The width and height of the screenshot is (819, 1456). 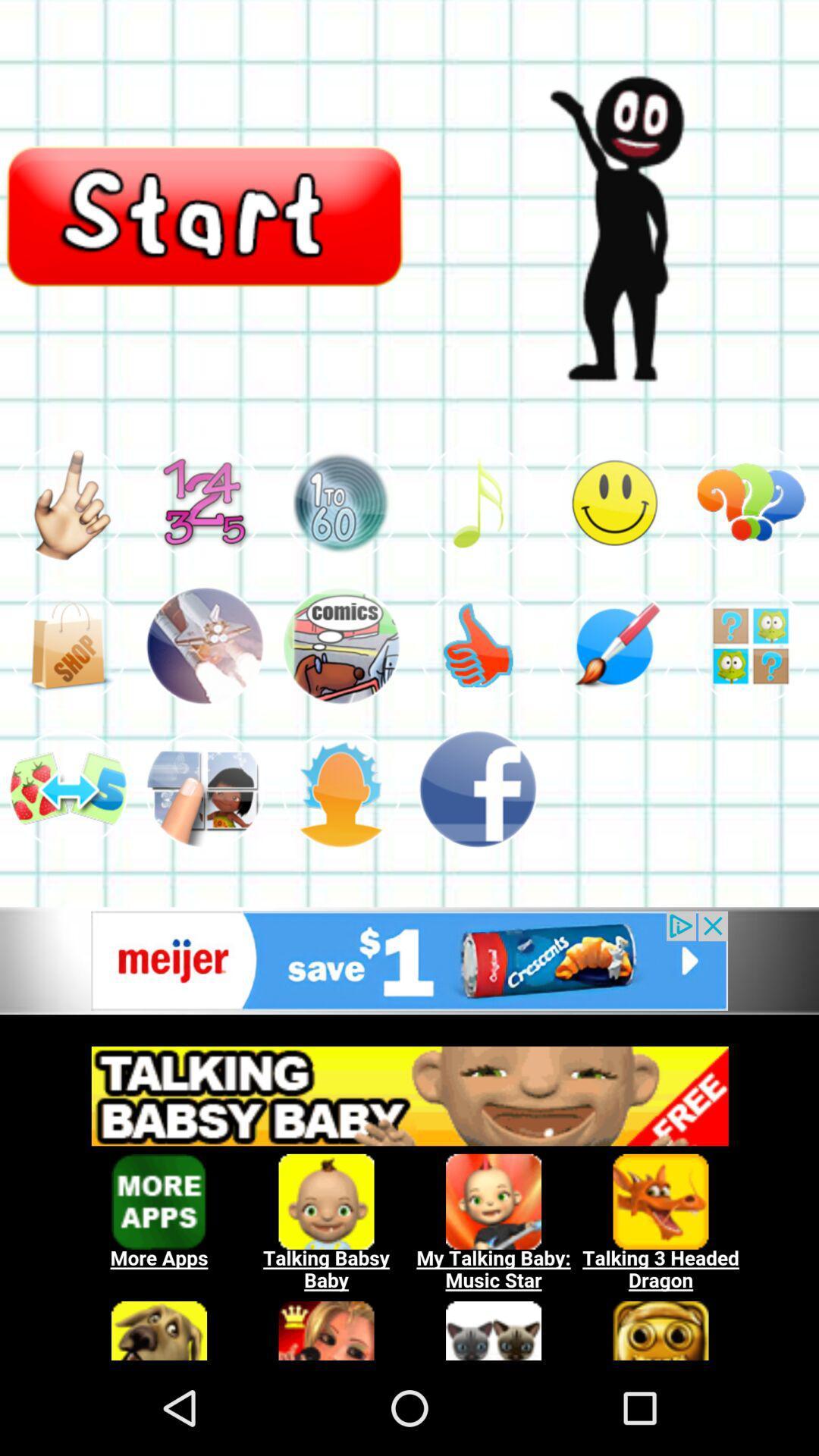 What do you see at coordinates (341, 844) in the screenshot?
I see `the weather icon` at bounding box center [341, 844].